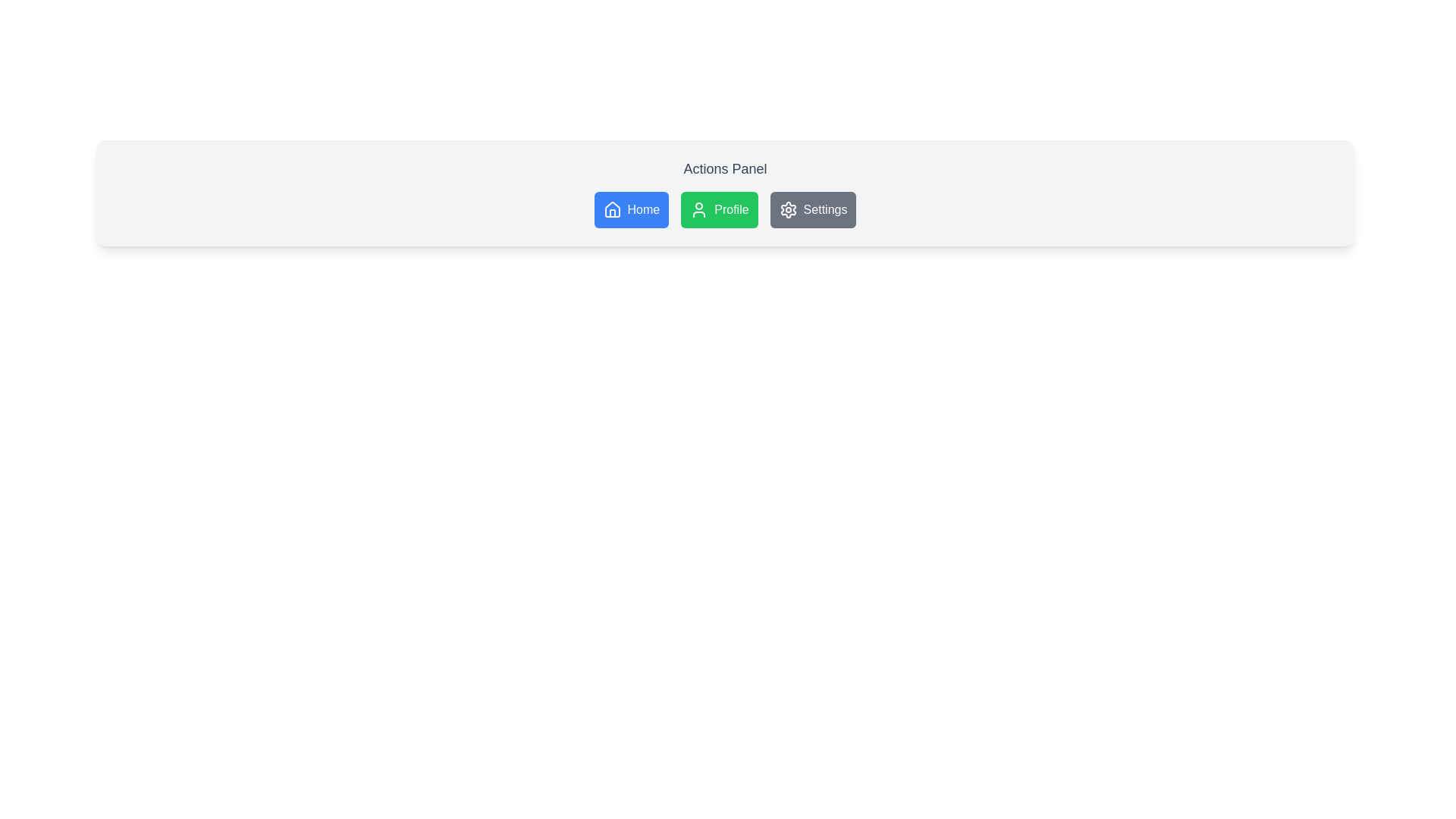  I want to click on the user profile silhouette icon located inside the green 'Profile' button in the Actions Panel, so click(698, 210).